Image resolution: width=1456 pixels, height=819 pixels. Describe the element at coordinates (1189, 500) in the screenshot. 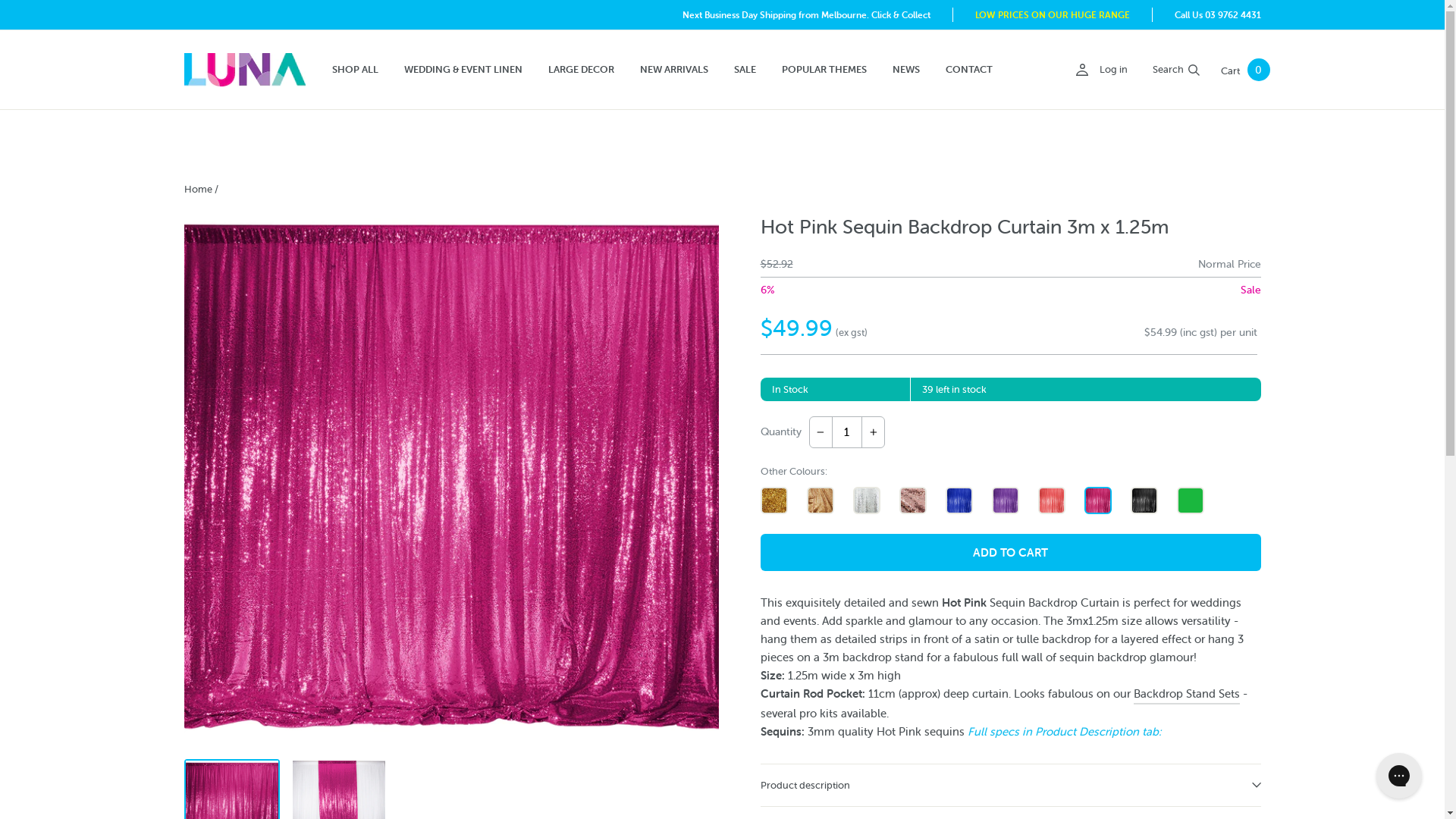

I see `'Green'` at that location.